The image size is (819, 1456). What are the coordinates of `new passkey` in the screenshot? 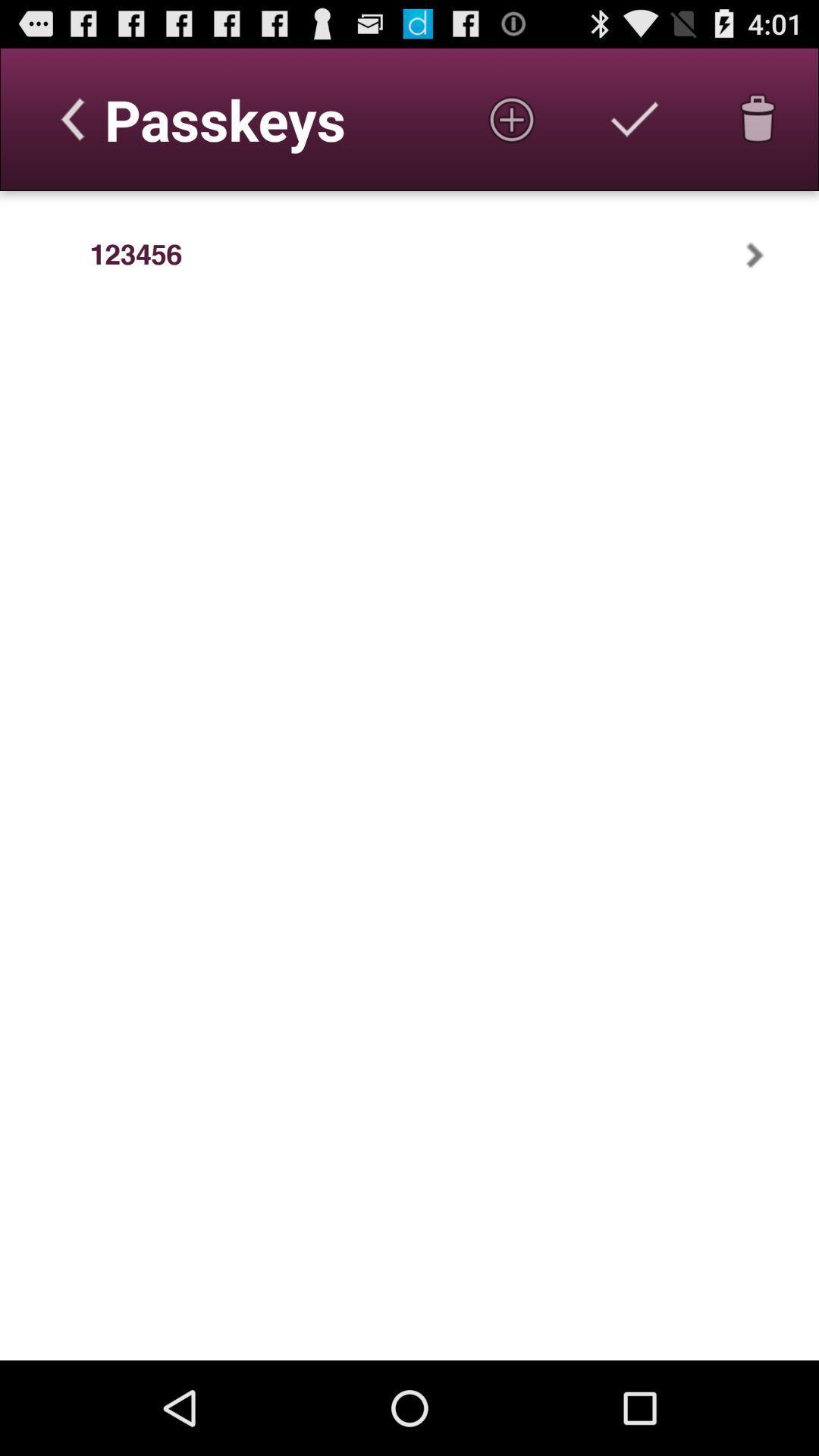 It's located at (512, 118).